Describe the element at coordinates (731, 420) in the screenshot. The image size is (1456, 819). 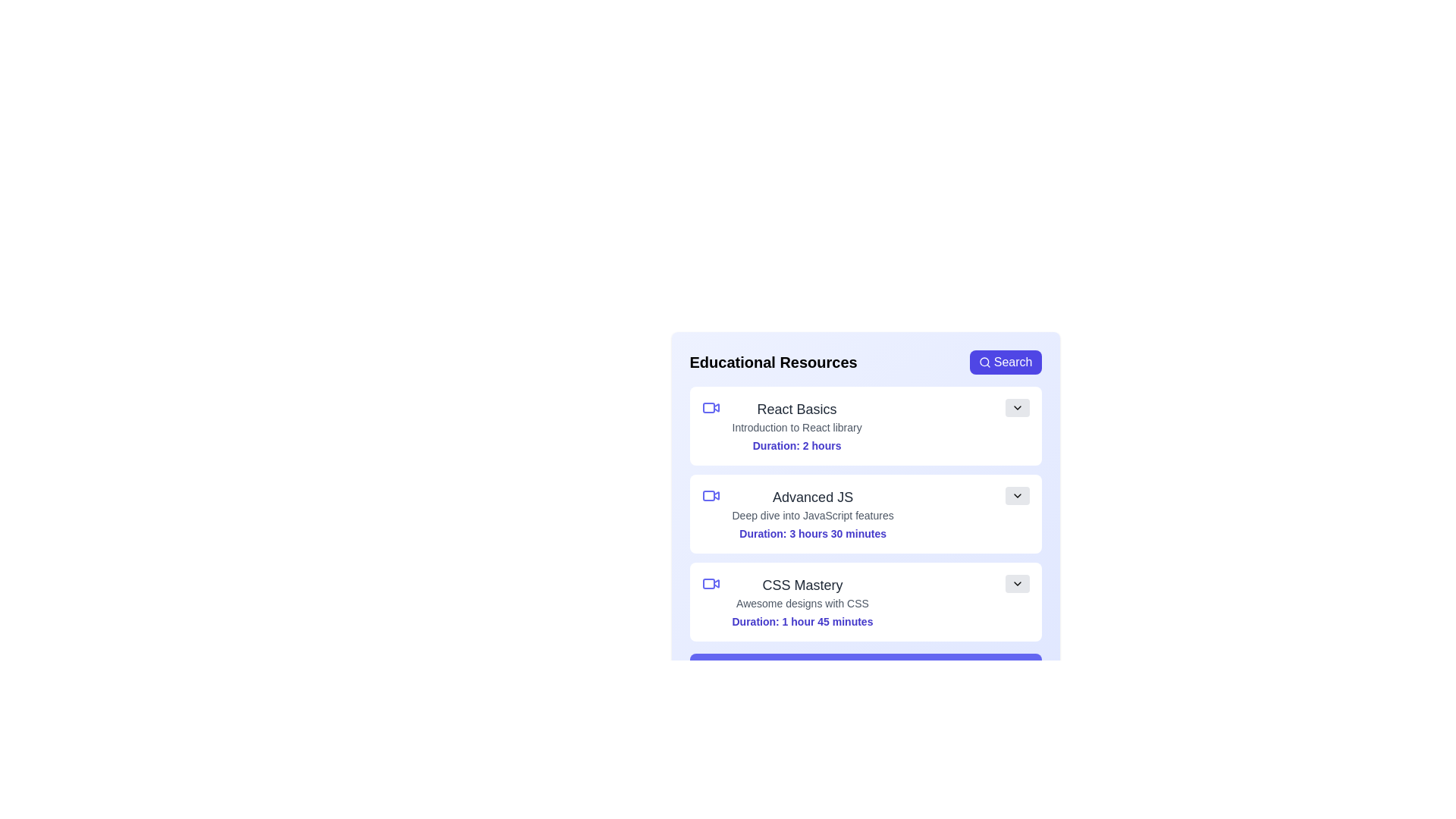
I see `the text 'Introduction to React library' in the description of the first resource` at that location.